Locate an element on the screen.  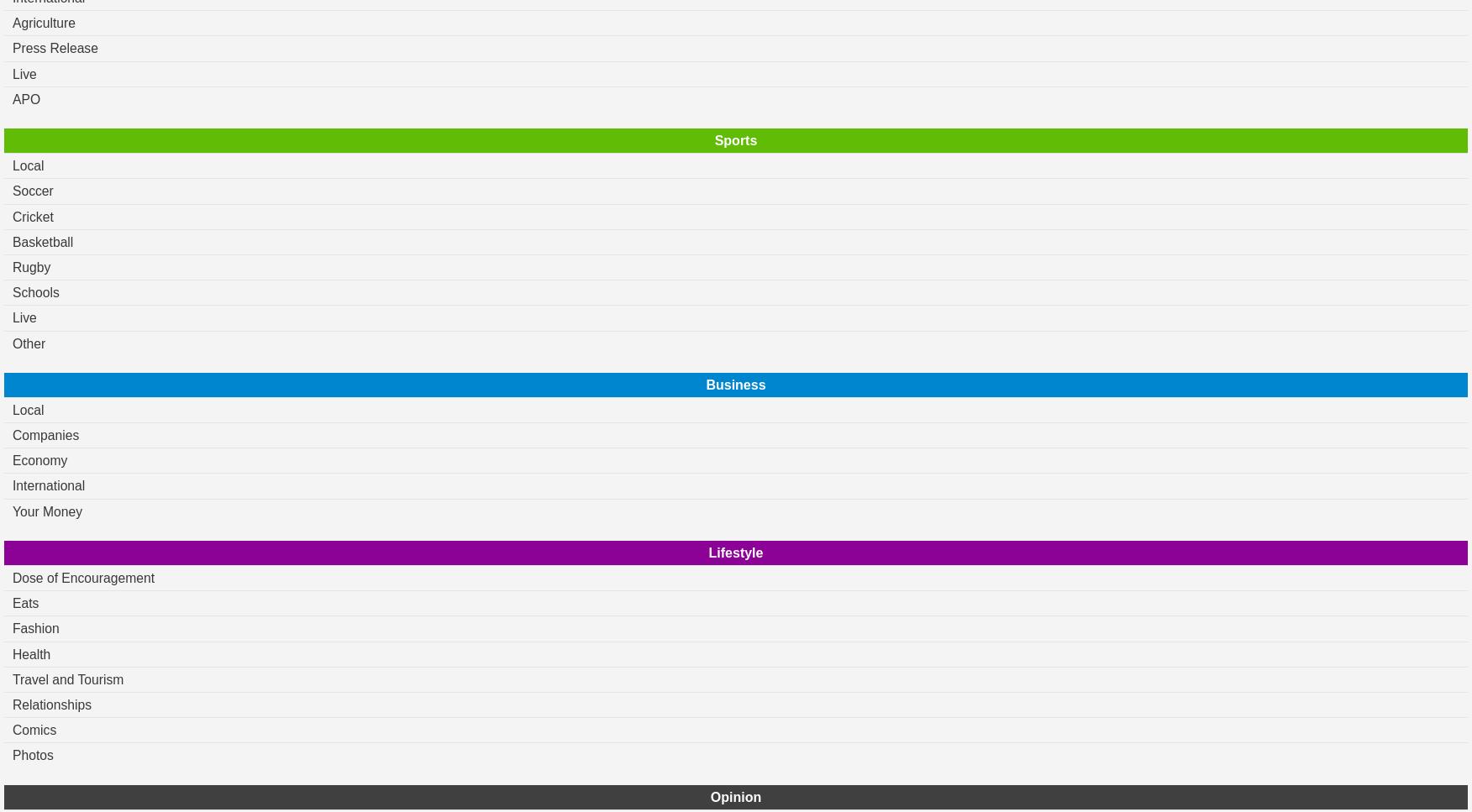
'Comics' is located at coordinates (34, 729).